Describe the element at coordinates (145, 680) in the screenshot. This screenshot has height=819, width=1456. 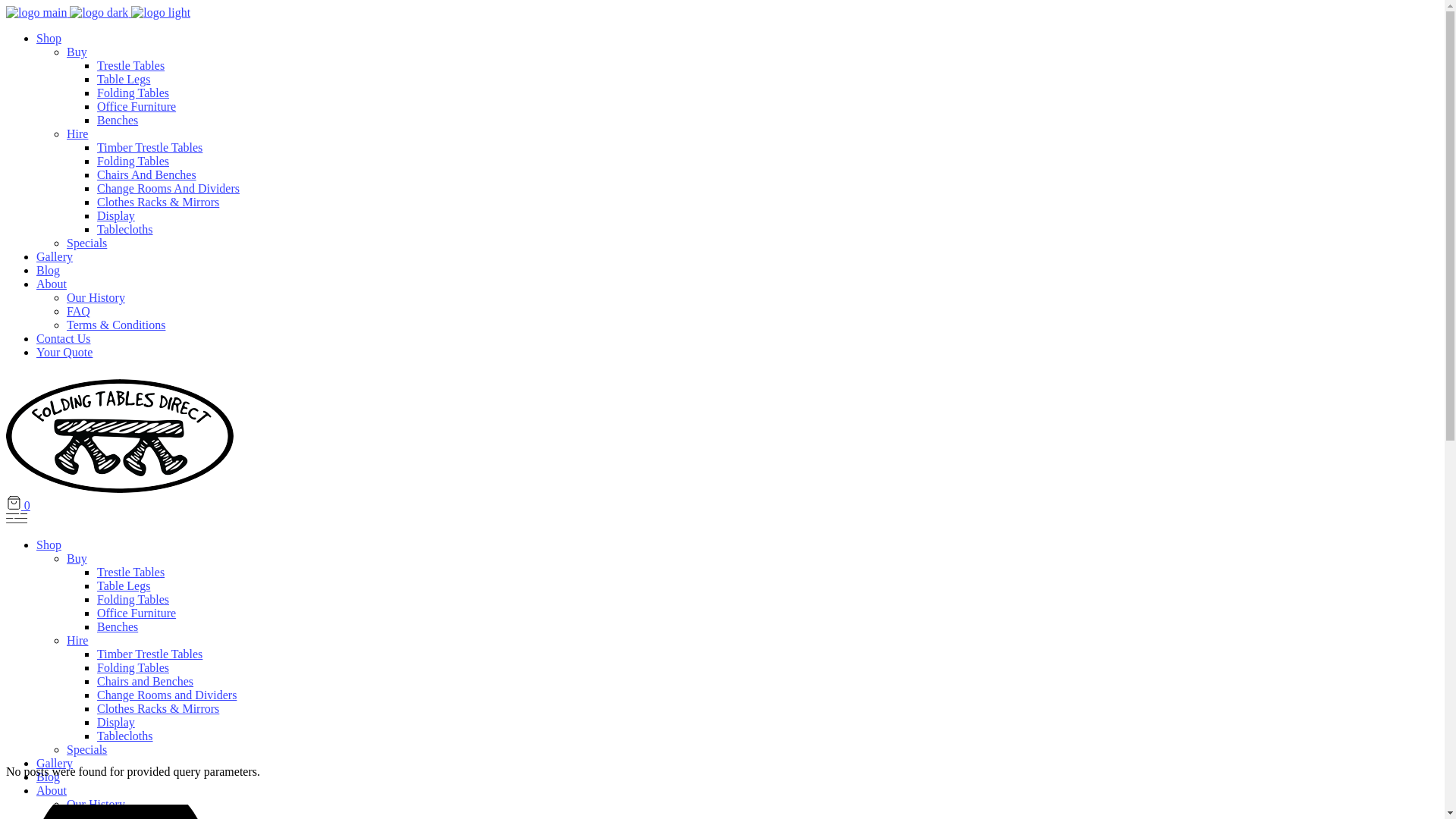
I see `'Chairs and Benches'` at that location.